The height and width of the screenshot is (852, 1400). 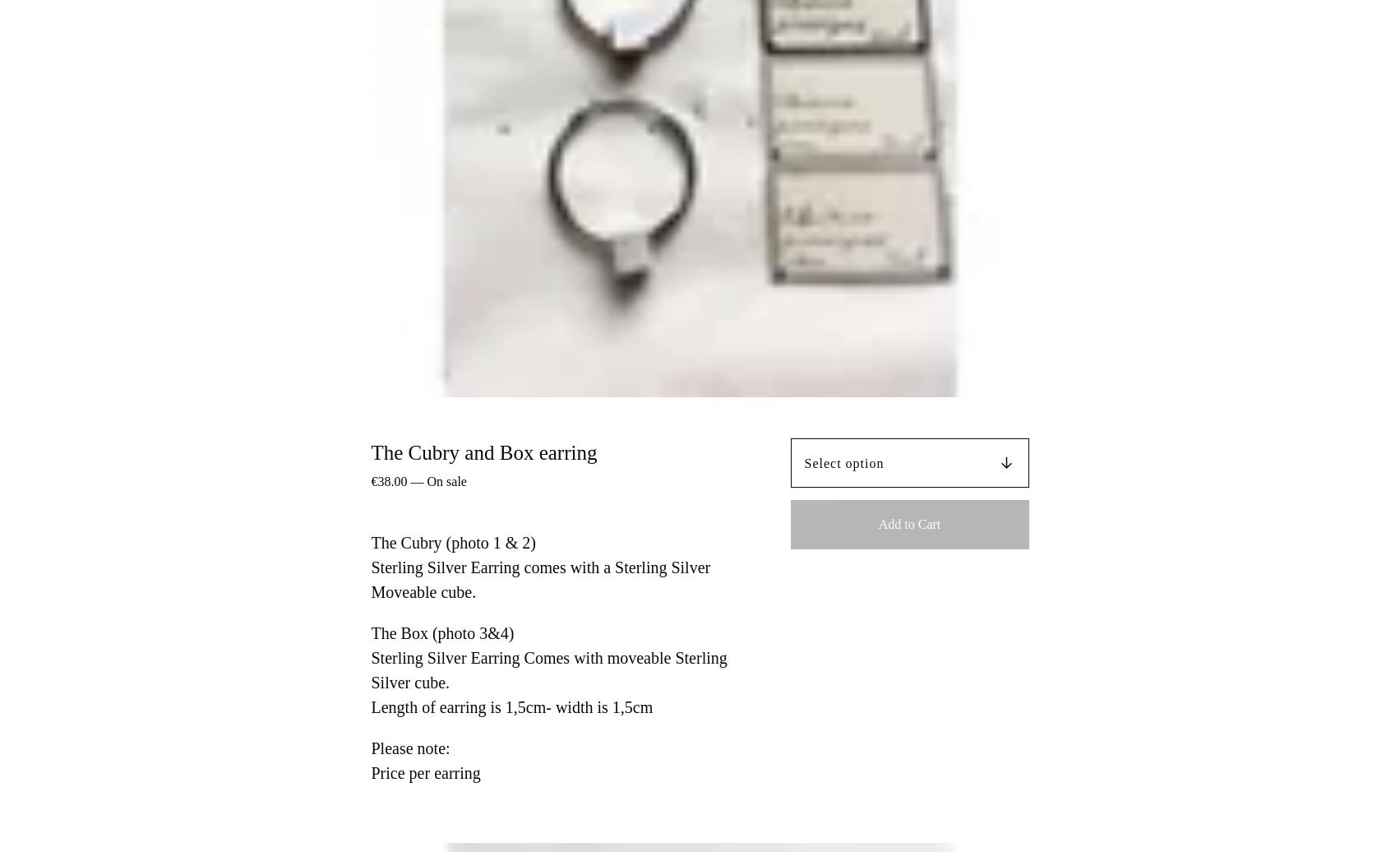 I want to click on 'The Cubry (photo 1 & 2)', so click(x=452, y=543).